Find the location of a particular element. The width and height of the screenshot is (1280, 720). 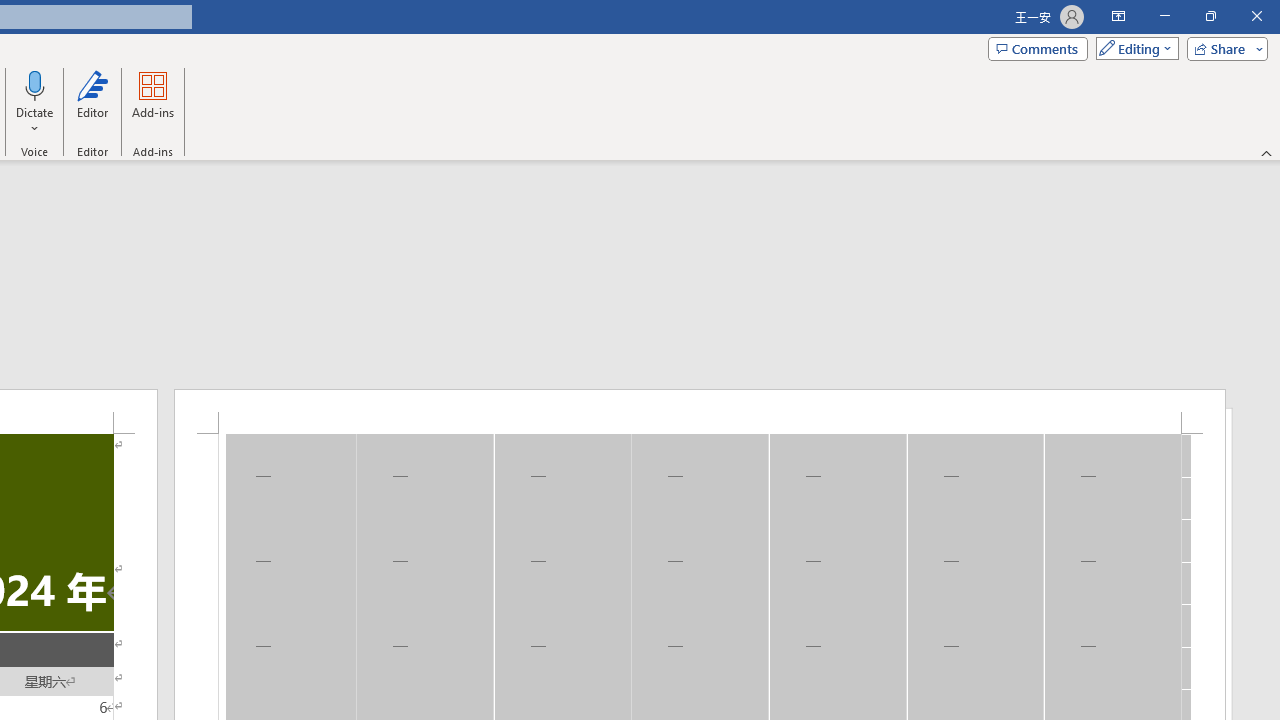

'Share' is located at coordinates (1222, 47).